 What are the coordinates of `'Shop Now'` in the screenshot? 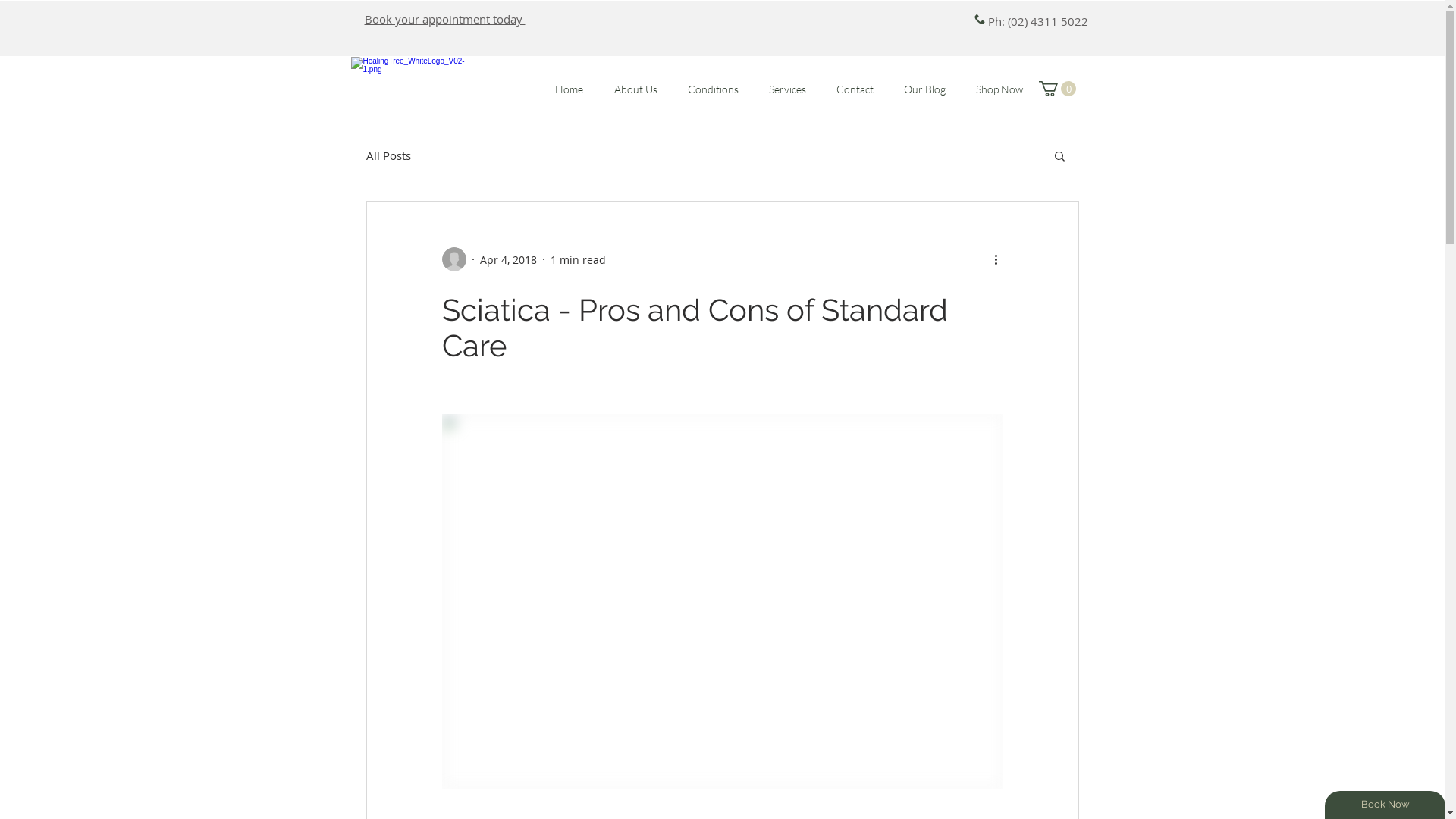 It's located at (998, 89).